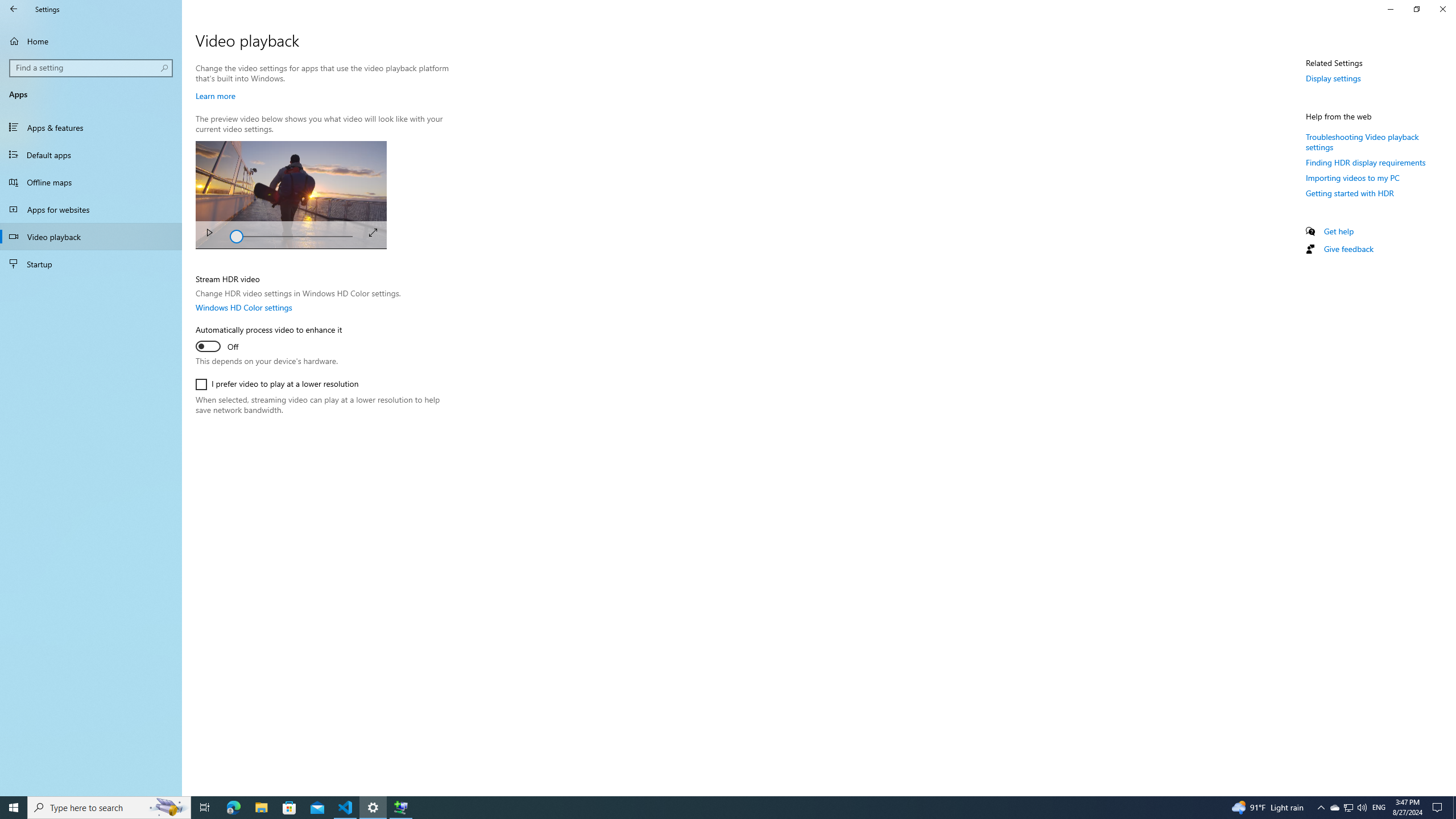 The image size is (1456, 819). Describe the element at coordinates (1349, 192) in the screenshot. I see `'Getting started with HDR'` at that location.